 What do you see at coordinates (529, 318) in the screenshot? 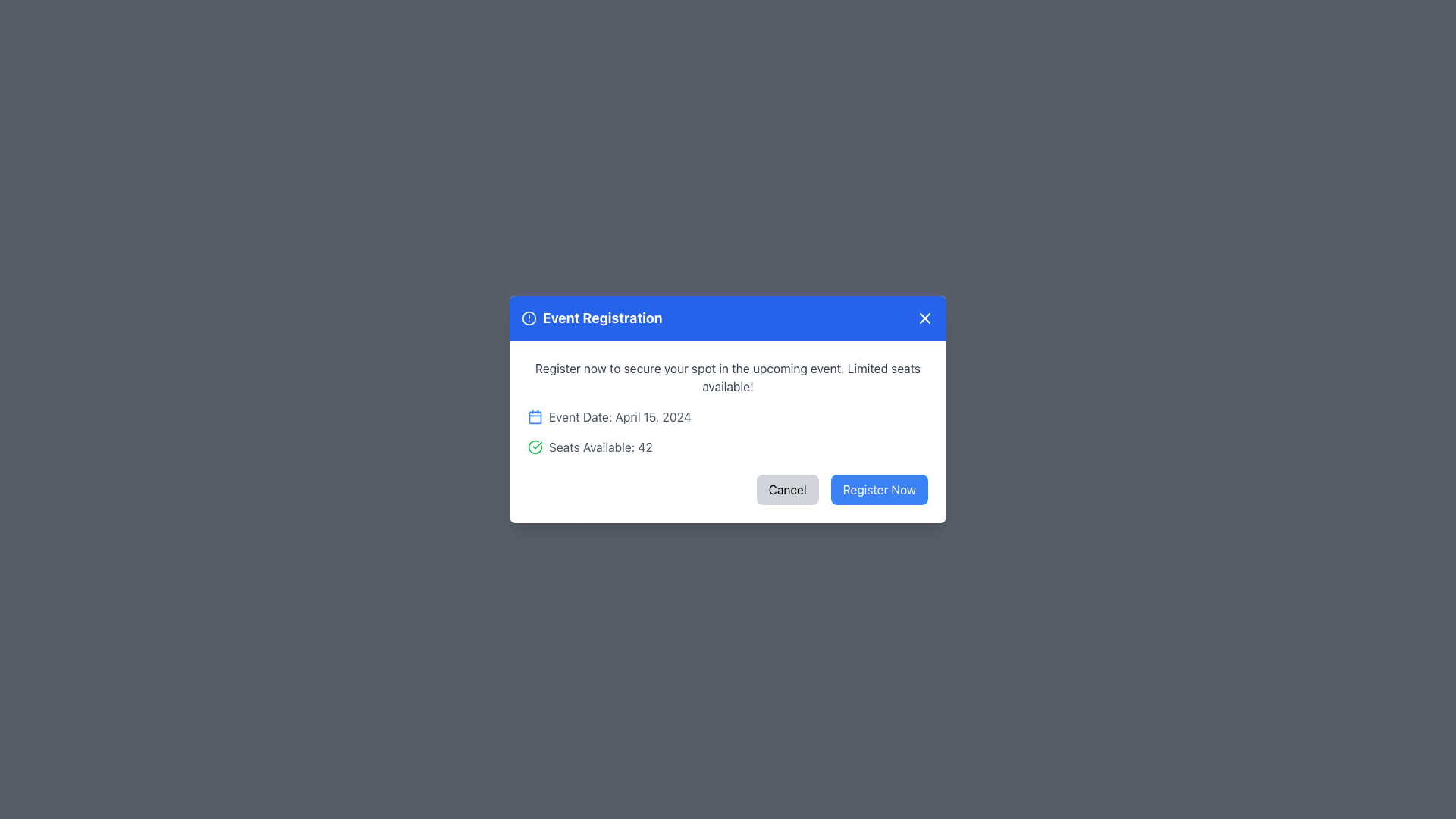
I see `the icon that serves as a visual alert related to 'Event Registration', located at the top-left corner of the dialog box, adjacent to the heading text` at bounding box center [529, 318].